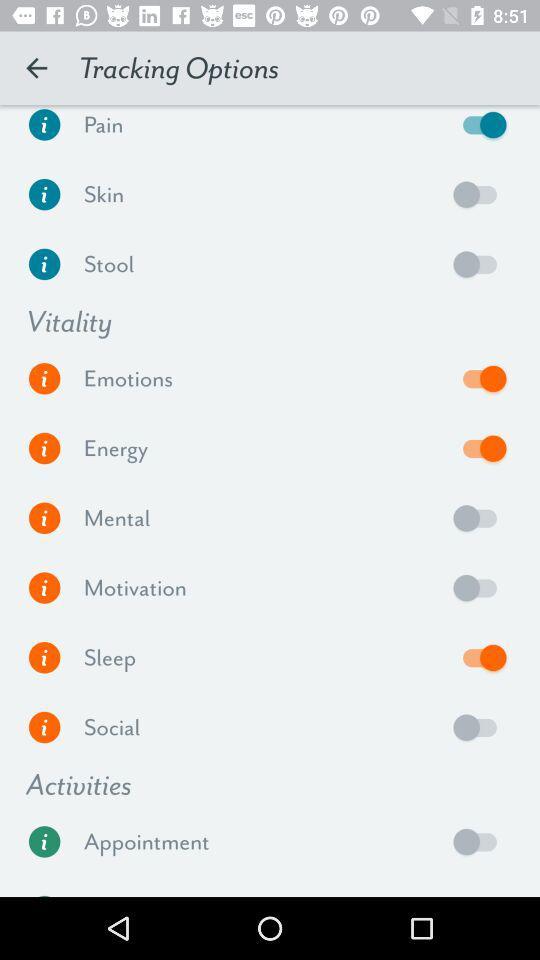  I want to click on go back, so click(479, 263).